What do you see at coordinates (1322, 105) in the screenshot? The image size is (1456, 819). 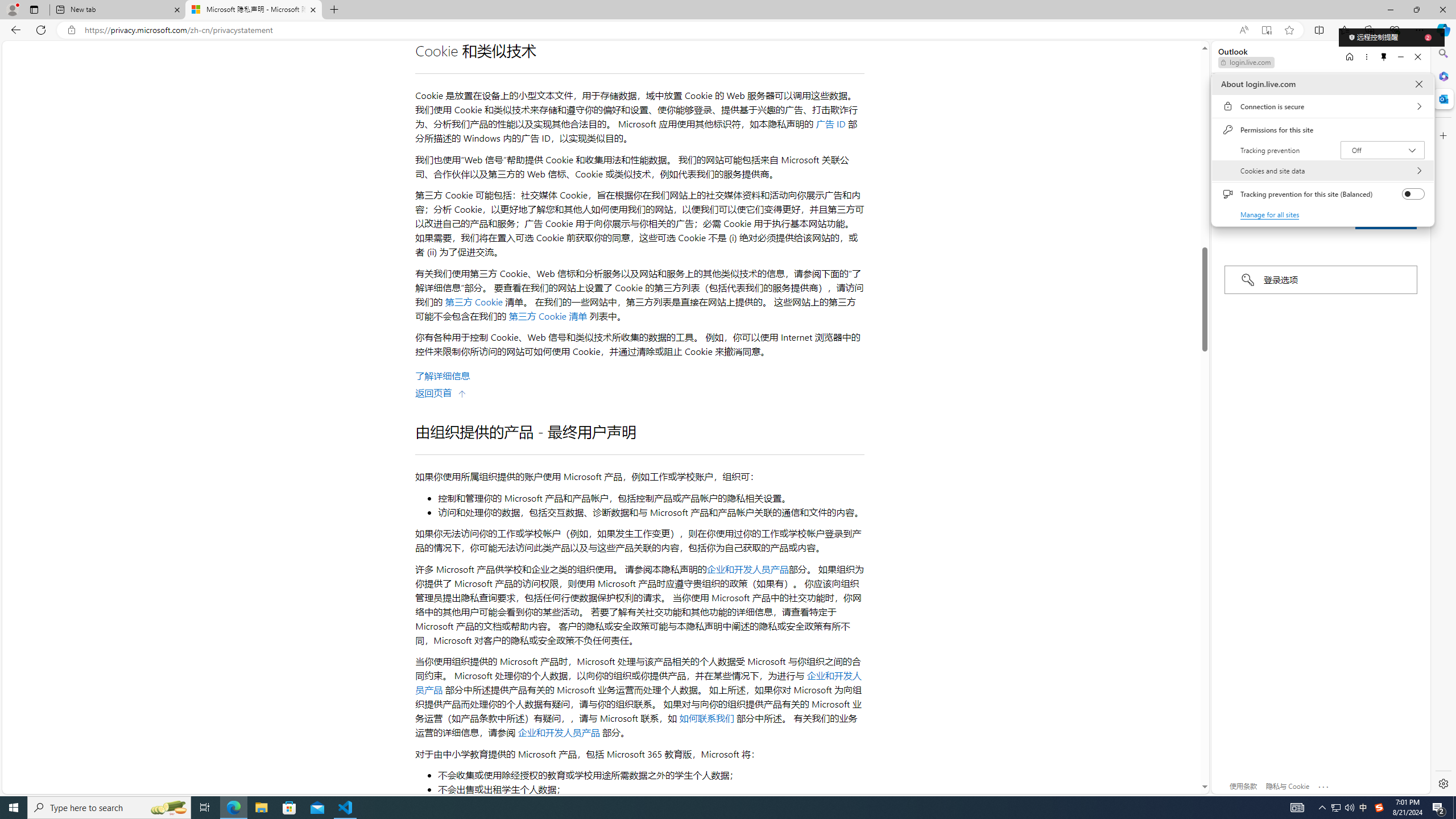 I see `'Connection is secure'` at bounding box center [1322, 105].